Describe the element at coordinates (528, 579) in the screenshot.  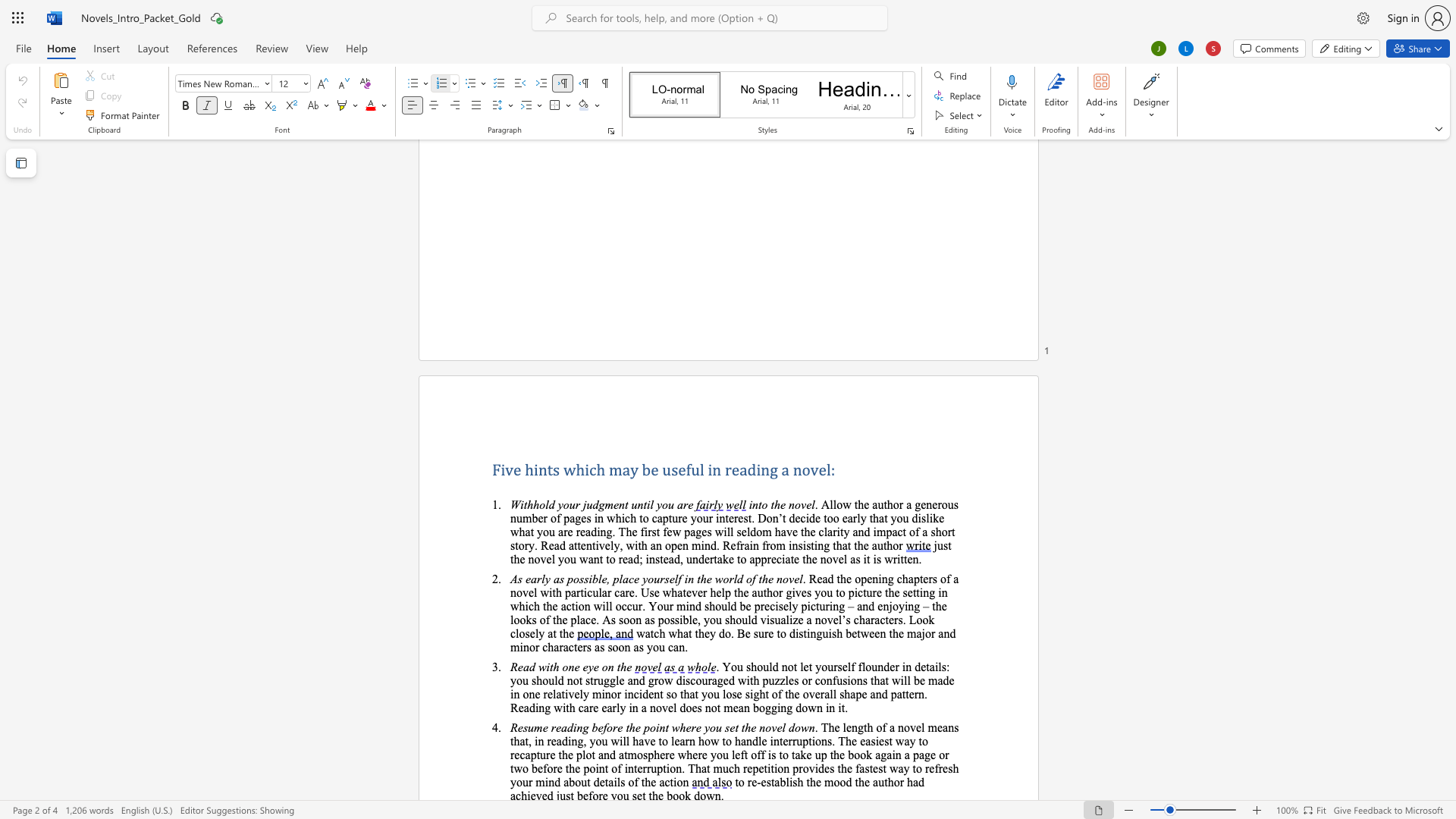
I see `the 1th character "e" in the text` at that location.